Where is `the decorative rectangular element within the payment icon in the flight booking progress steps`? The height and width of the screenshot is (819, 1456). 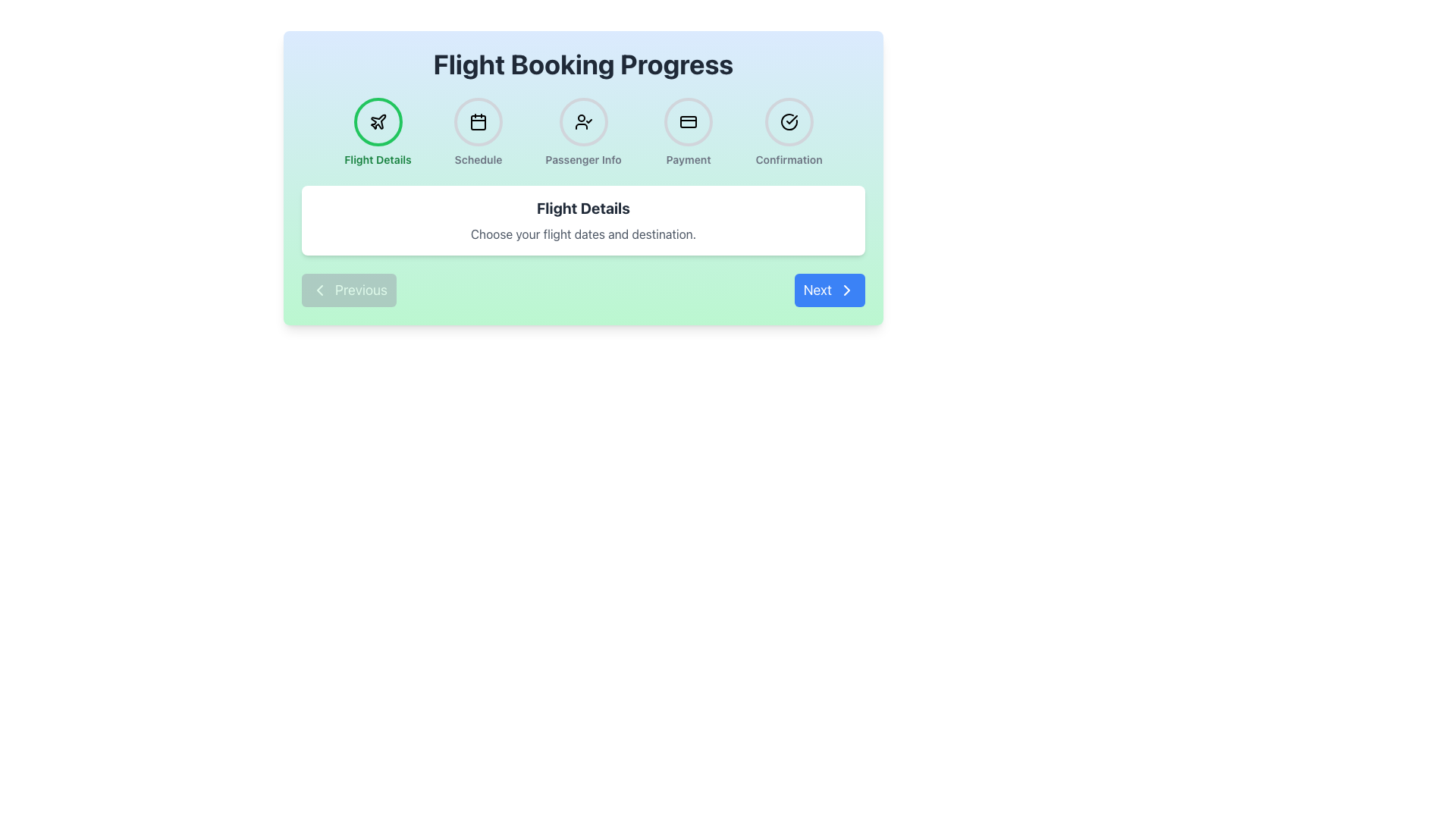
the decorative rectangular element within the payment icon in the flight booking progress steps is located at coordinates (688, 121).